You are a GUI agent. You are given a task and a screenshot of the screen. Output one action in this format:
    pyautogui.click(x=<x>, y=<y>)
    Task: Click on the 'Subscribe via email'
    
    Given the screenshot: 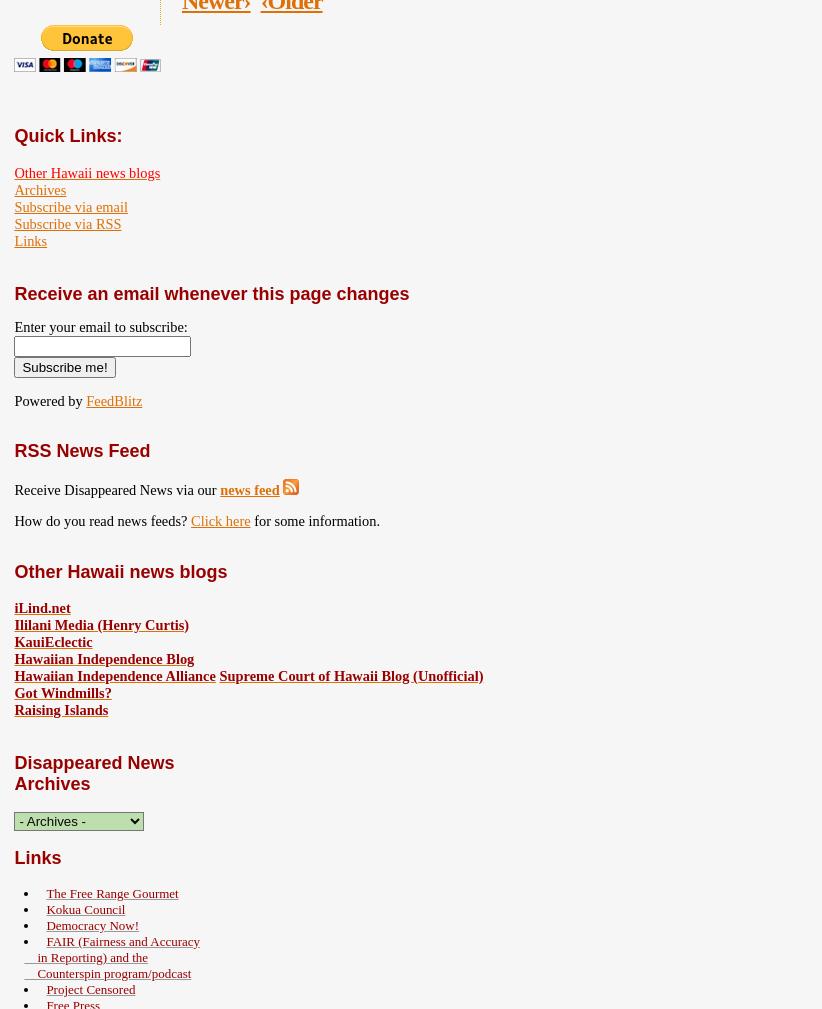 What is the action you would take?
    pyautogui.click(x=70, y=205)
    